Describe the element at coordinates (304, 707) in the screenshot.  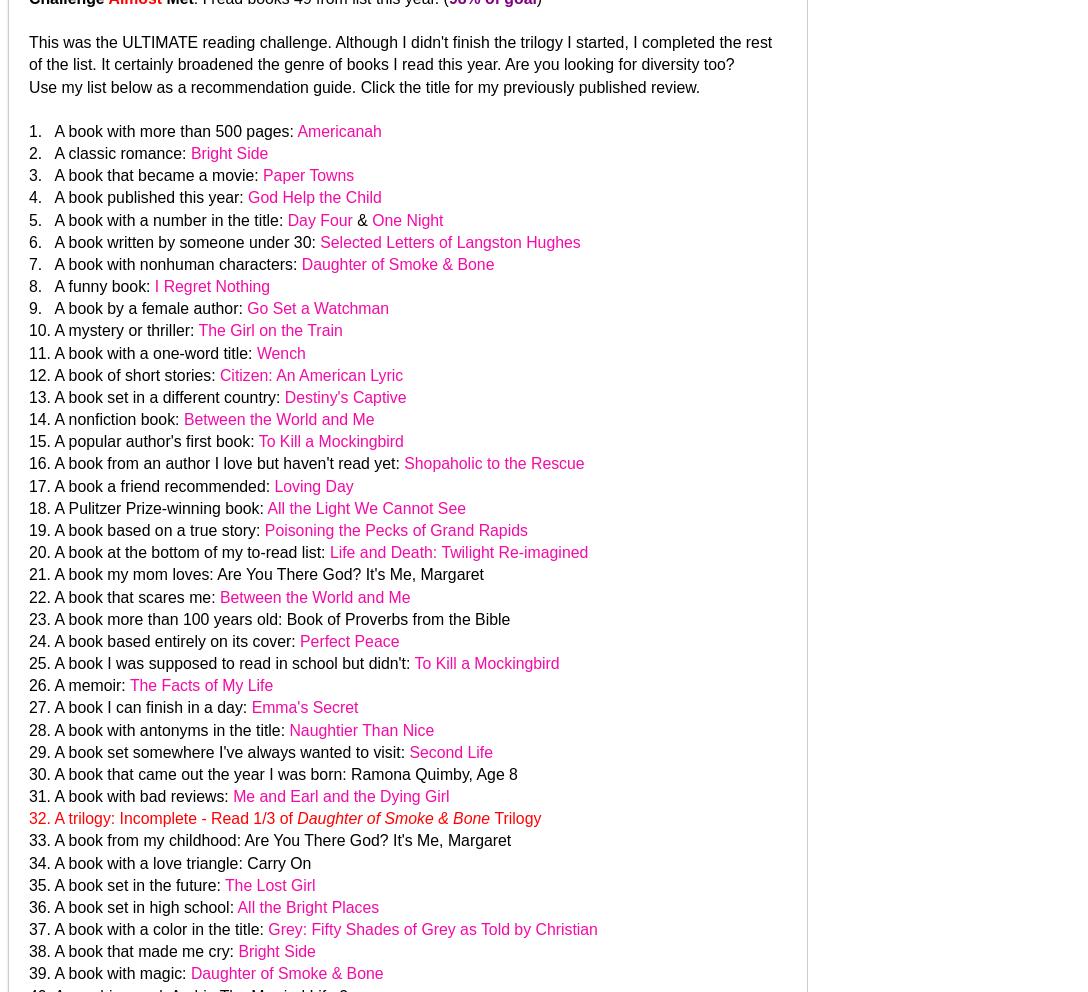
I see `'Emma's Secret'` at that location.